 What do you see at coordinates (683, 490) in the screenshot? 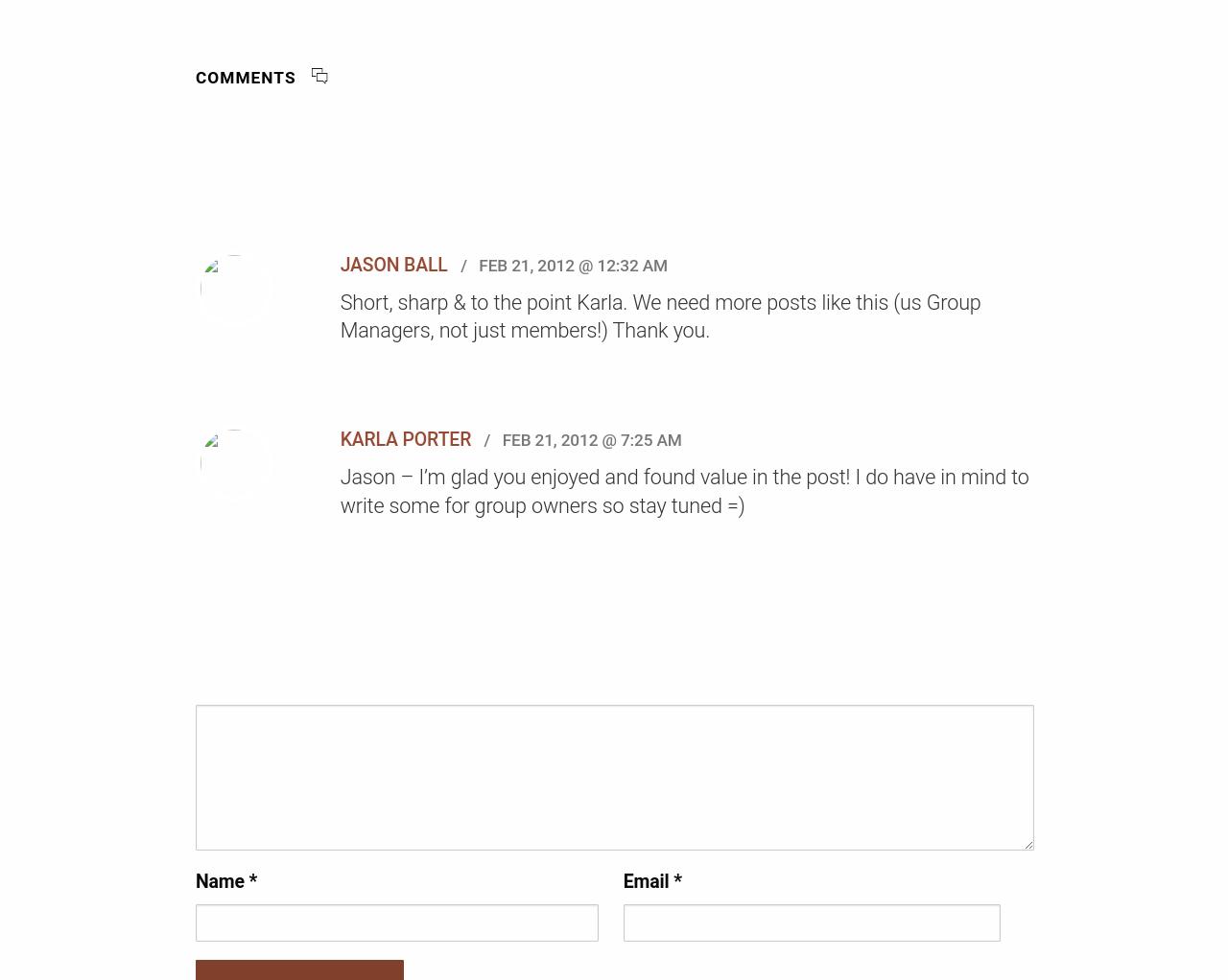
I see `'Jason – I’m glad you enjoyed and found value in the post! I do have in mind to write some for group owners so stay tuned =)'` at bounding box center [683, 490].